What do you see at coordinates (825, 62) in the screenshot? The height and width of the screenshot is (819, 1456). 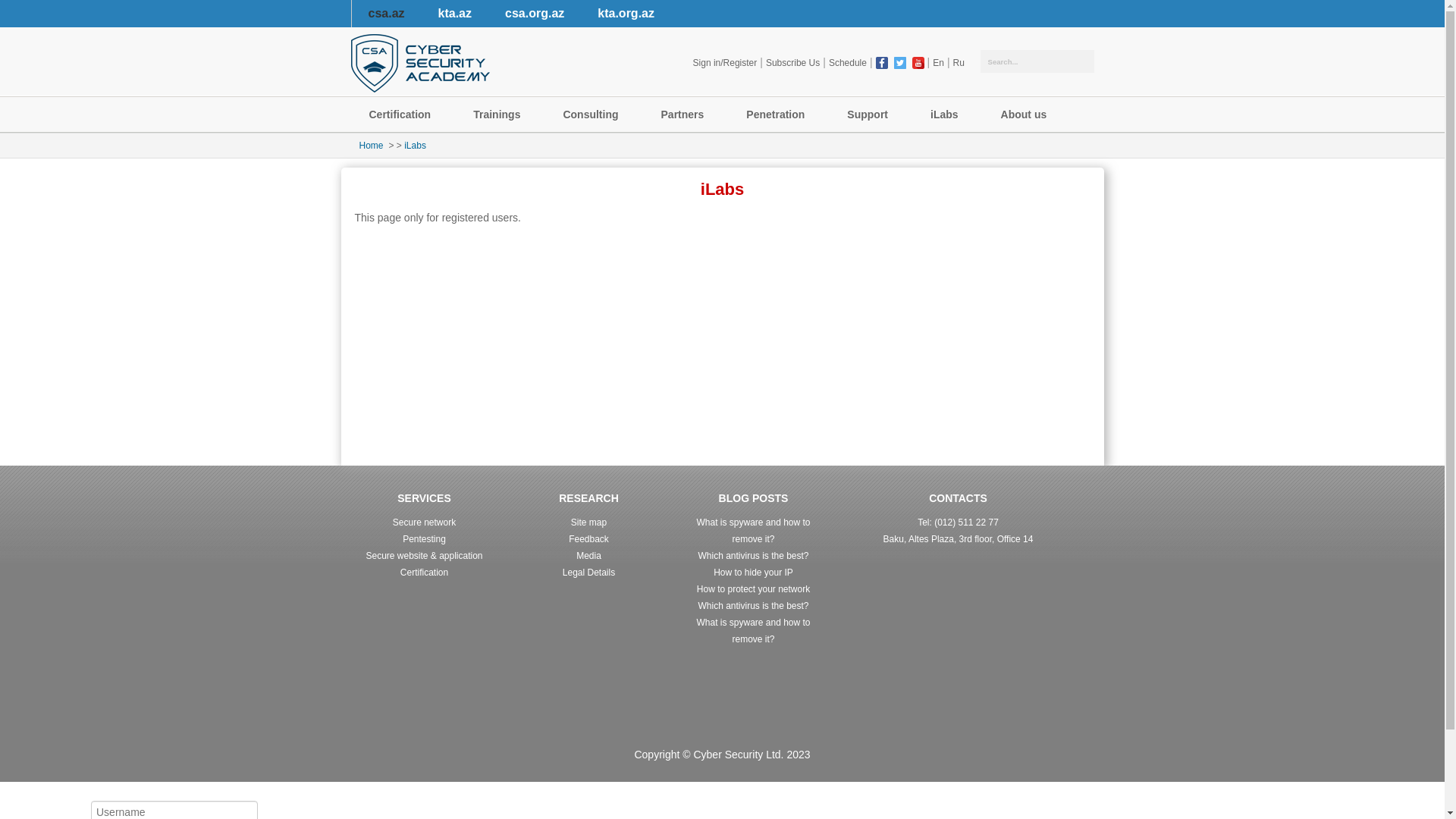 I see `'Schedule'` at bounding box center [825, 62].